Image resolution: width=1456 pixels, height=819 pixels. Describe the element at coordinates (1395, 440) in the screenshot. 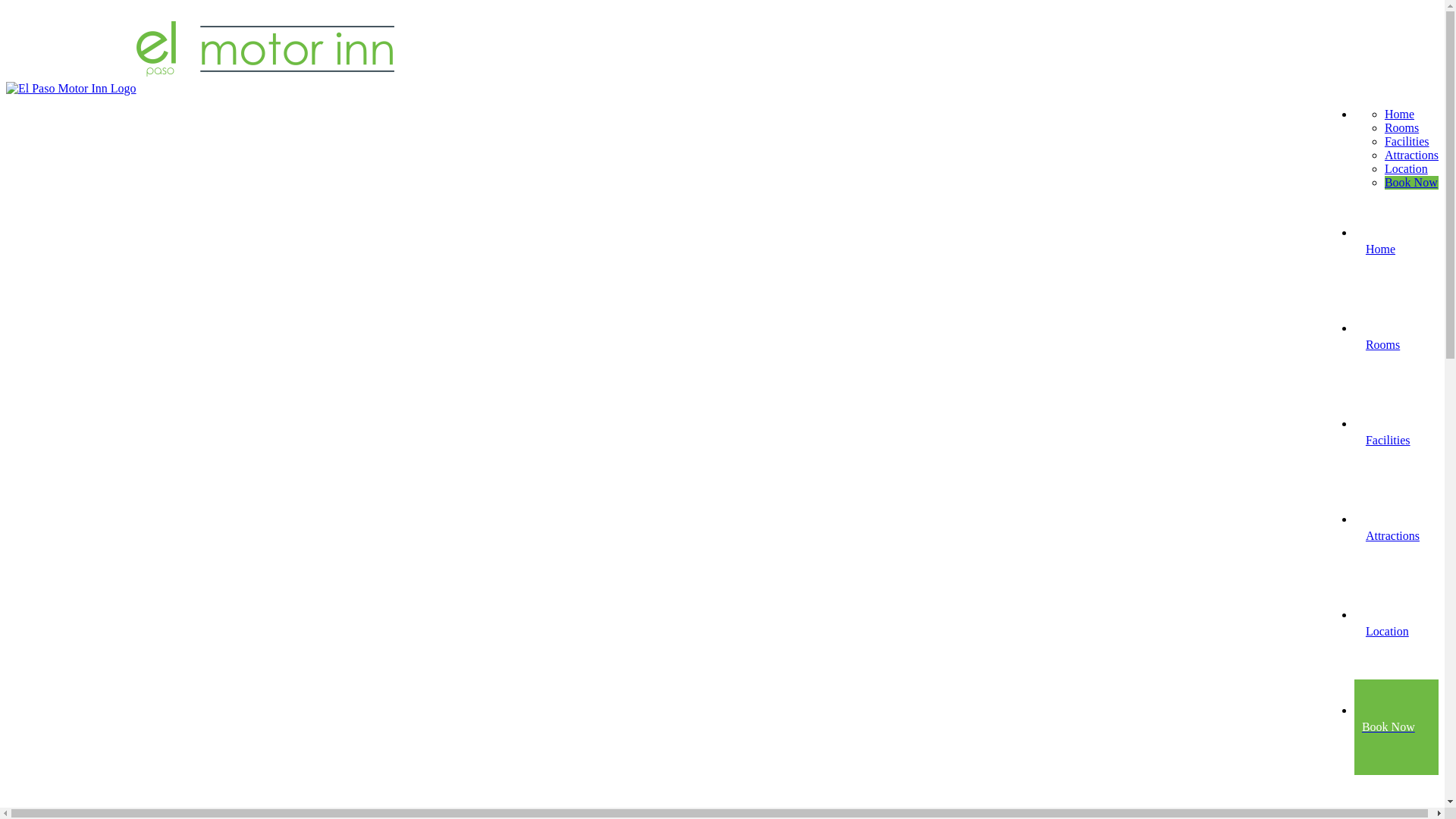

I see `'Facilities'` at that location.